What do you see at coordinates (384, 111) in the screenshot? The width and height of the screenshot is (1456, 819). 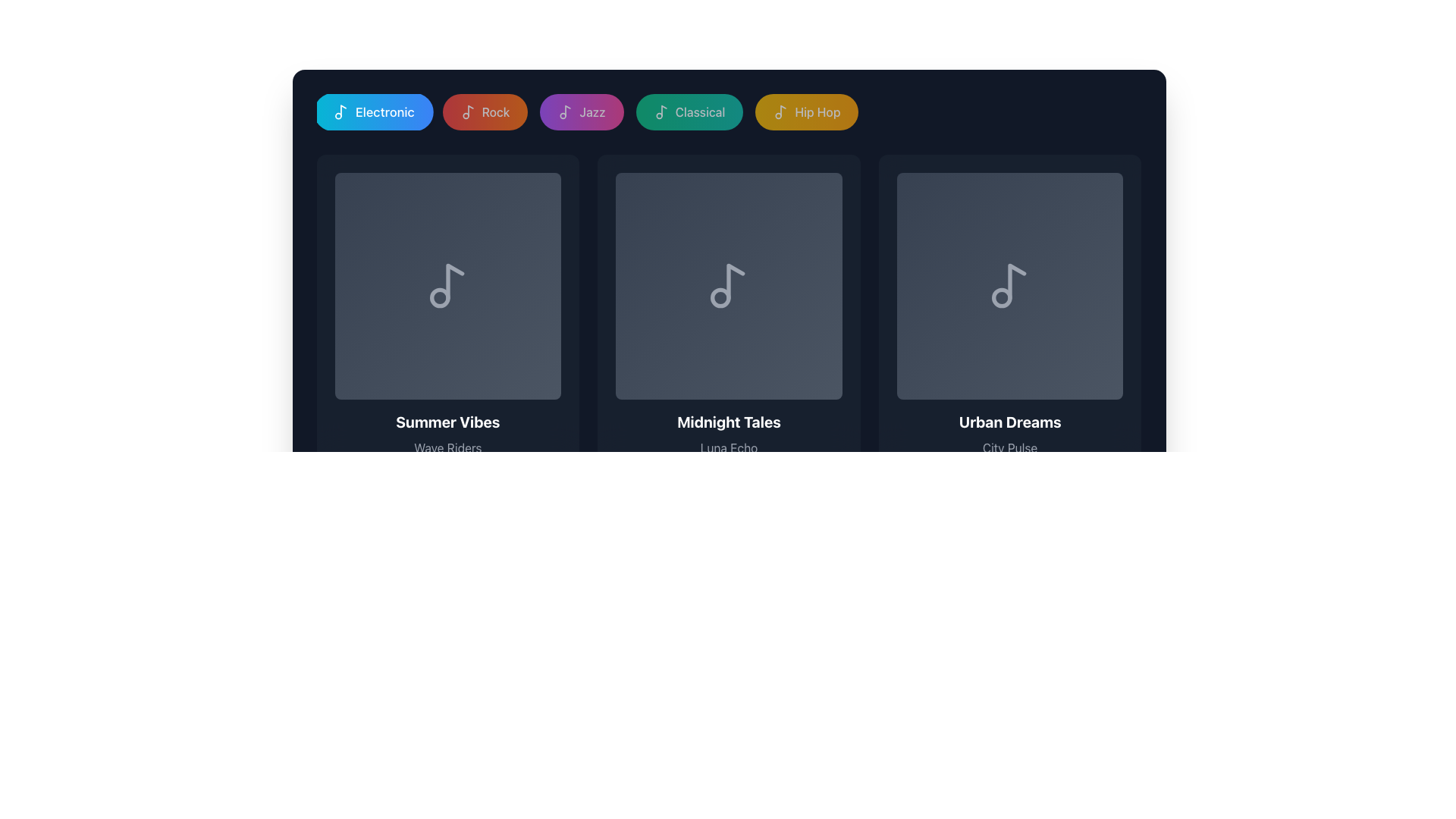 I see `the text label displaying 'Electronic'` at bounding box center [384, 111].